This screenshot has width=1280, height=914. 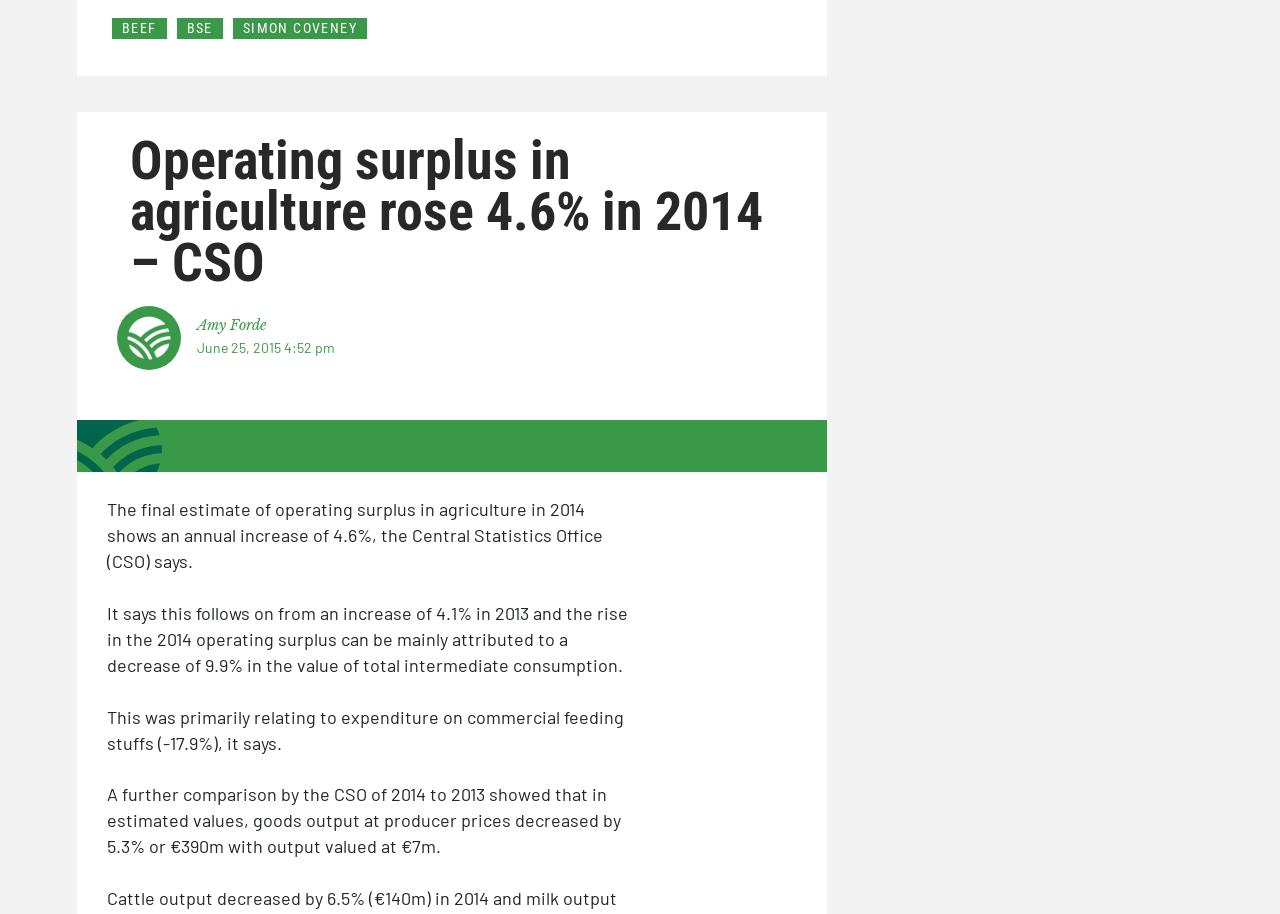 I want to click on 'BSE', so click(x=185, y=27).